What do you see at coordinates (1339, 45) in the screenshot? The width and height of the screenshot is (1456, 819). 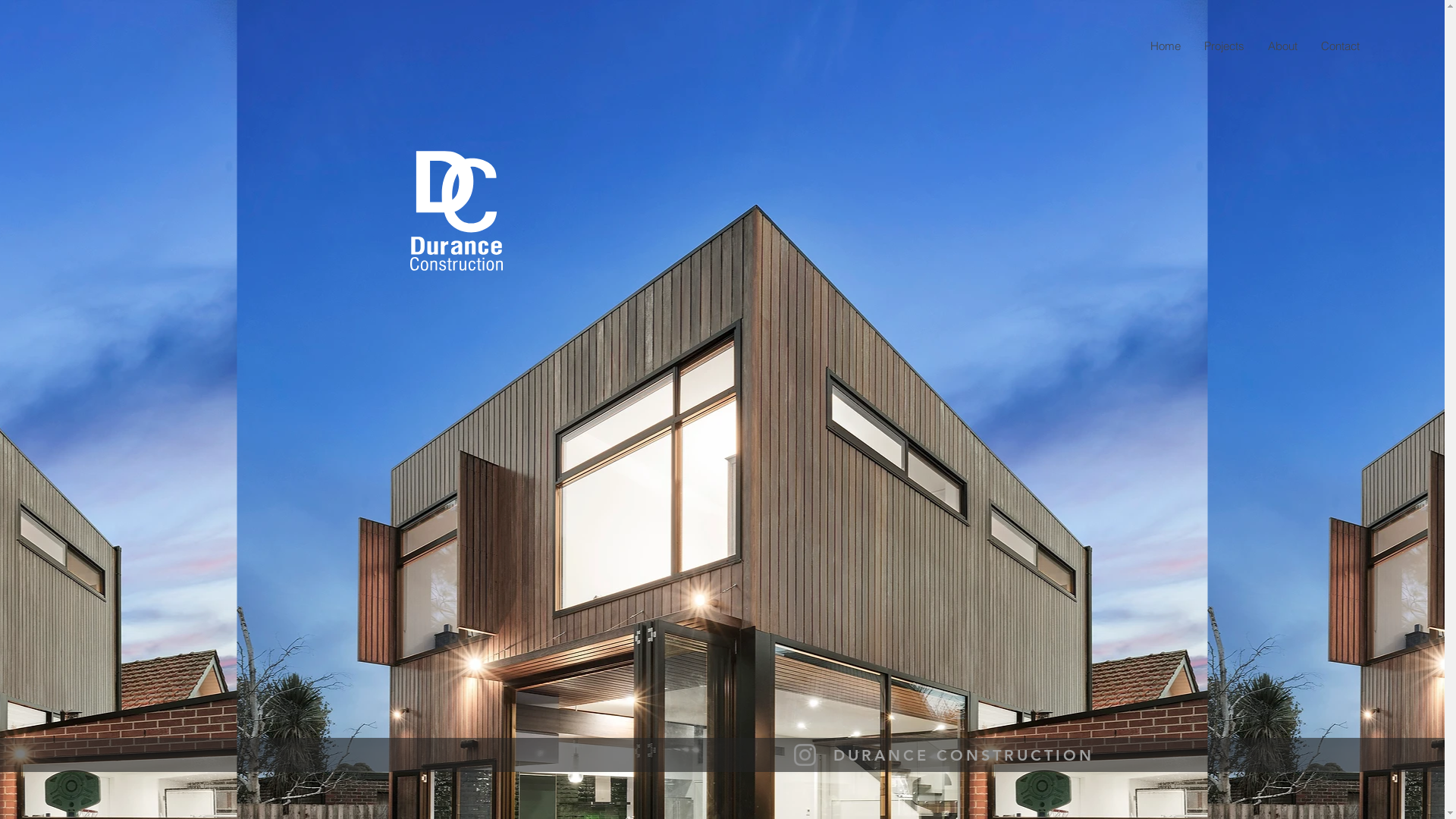 I see `'Contact'` at bounding box center [1339, 45].